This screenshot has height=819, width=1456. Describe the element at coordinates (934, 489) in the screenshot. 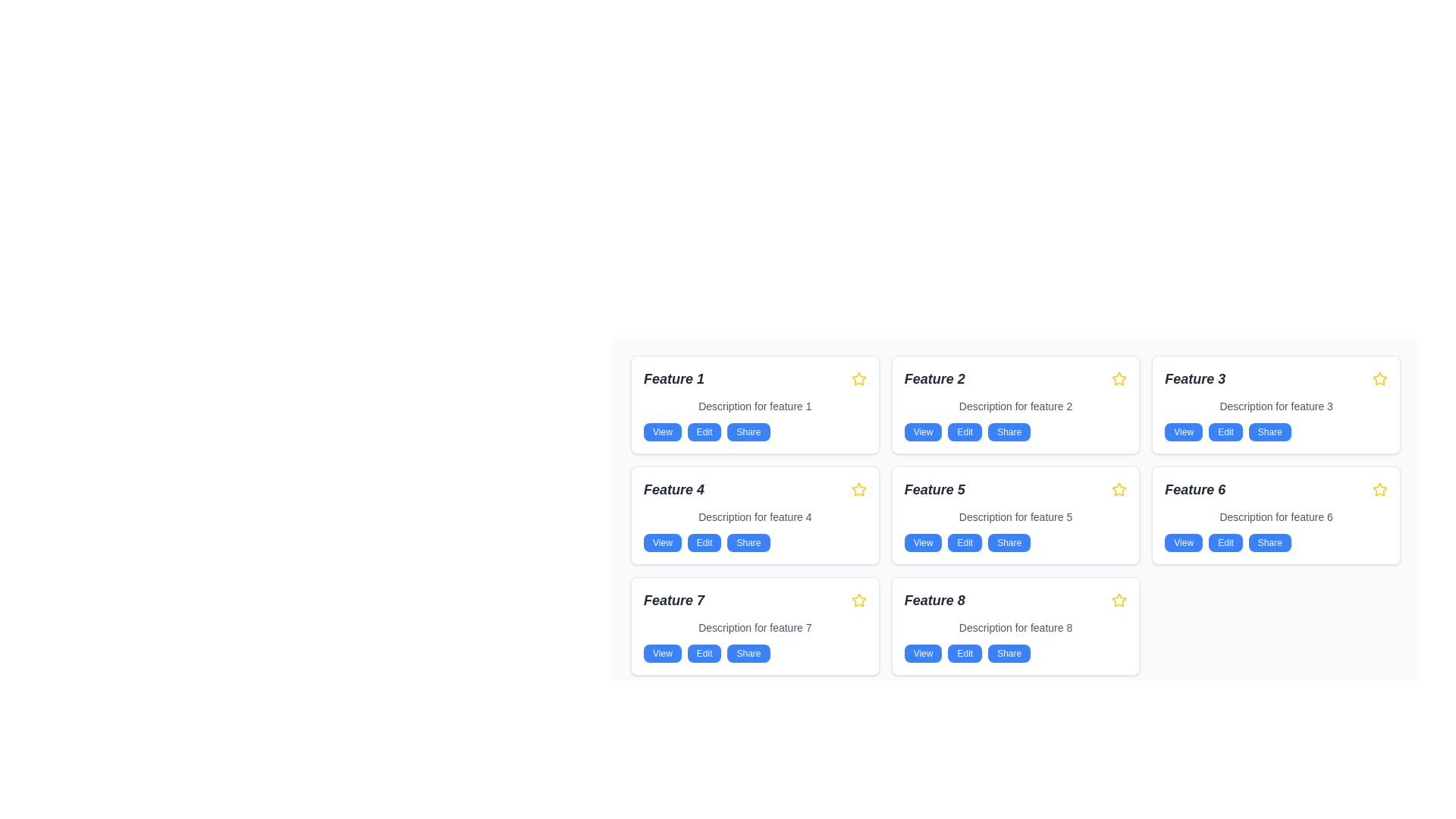

I see `the text label that displays 'Feature 5', styled in a large, italicized, bold font in dark gray color, located in the second column of the second row in the feature cards grid` at that location.